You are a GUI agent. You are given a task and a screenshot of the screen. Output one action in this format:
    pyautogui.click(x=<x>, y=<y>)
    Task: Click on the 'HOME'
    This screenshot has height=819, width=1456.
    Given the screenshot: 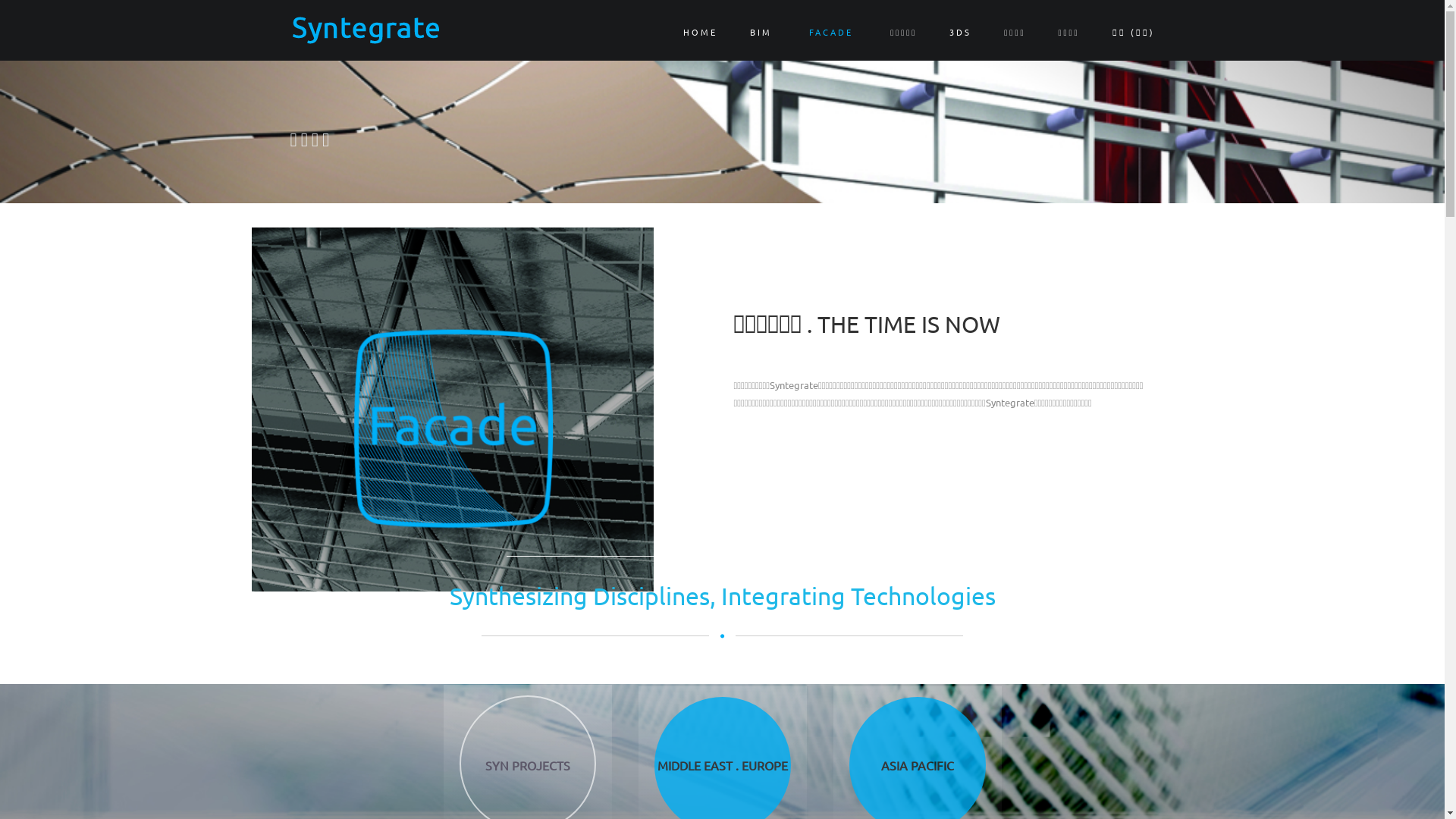 What is the action you would take?
    pyautogui.click(x=701, y=34)
    